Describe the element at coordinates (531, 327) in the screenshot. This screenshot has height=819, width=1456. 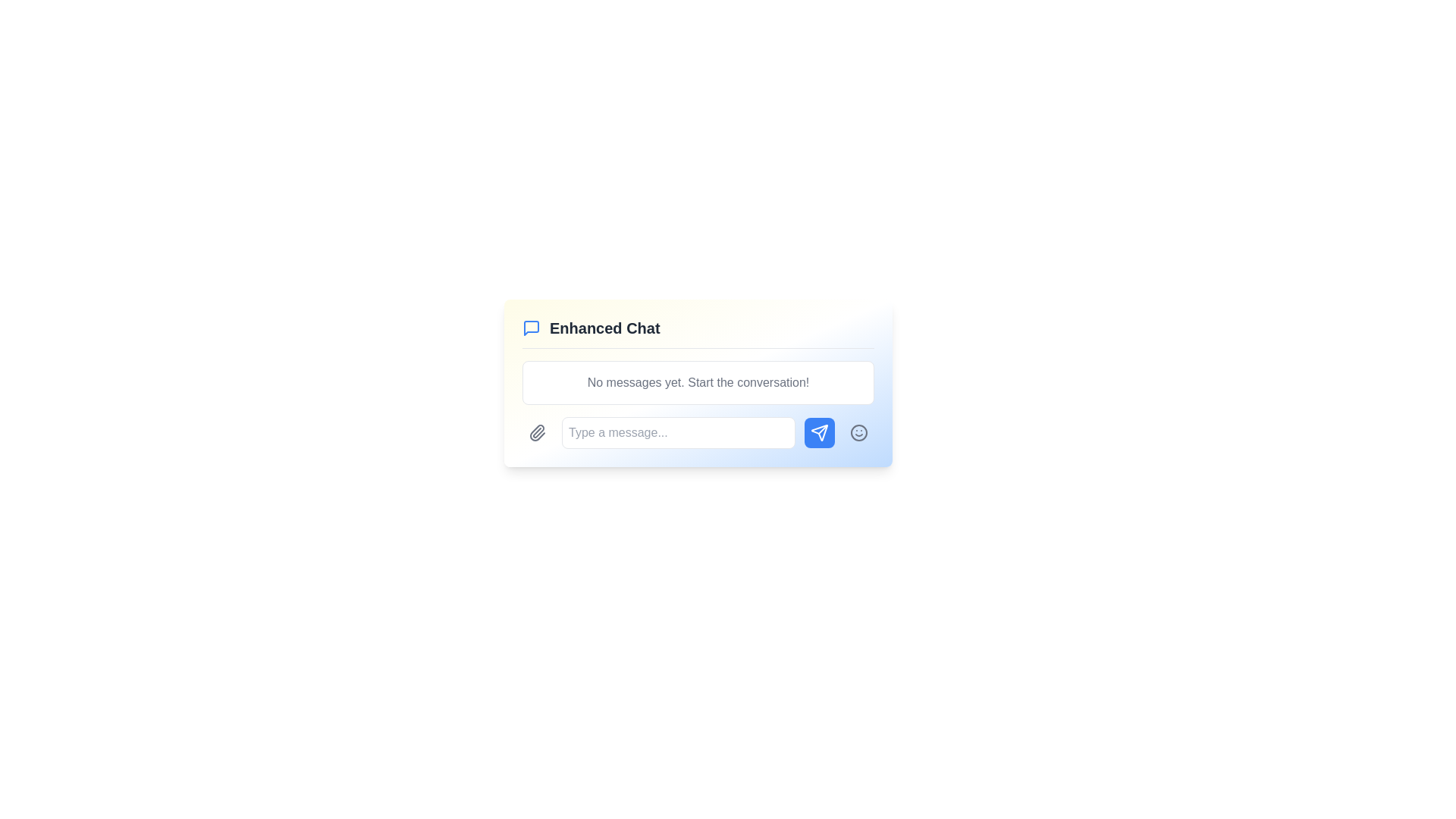
I see `the chat icon located to the left of the bold text 'Enhanced Chat' in the top section of the interface` at that location.